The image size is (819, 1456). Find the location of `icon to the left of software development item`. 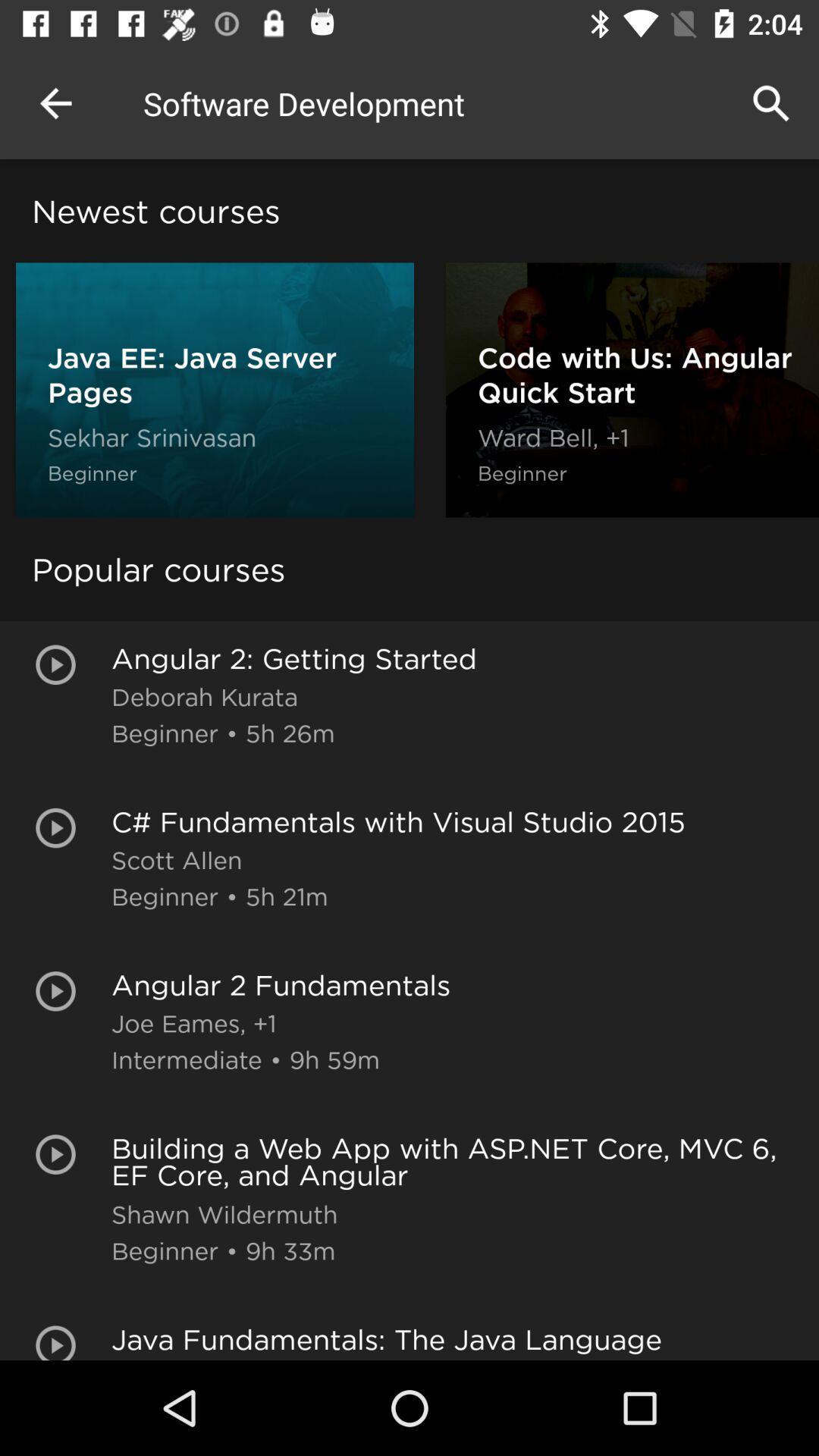

icon to the left of software development item is located at coordinates (55, 102).